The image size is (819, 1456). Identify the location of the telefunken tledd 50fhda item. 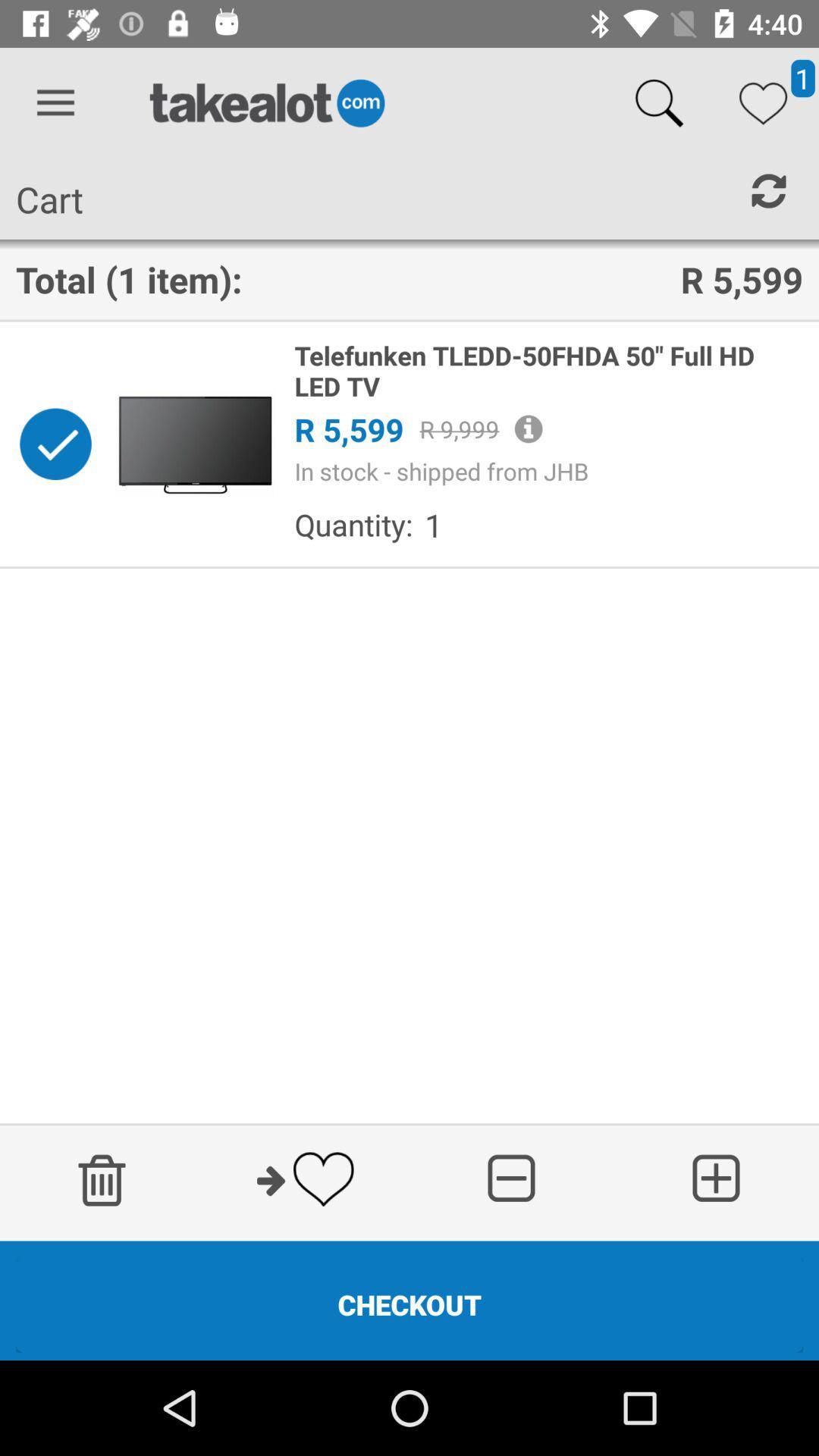
(548, 371).